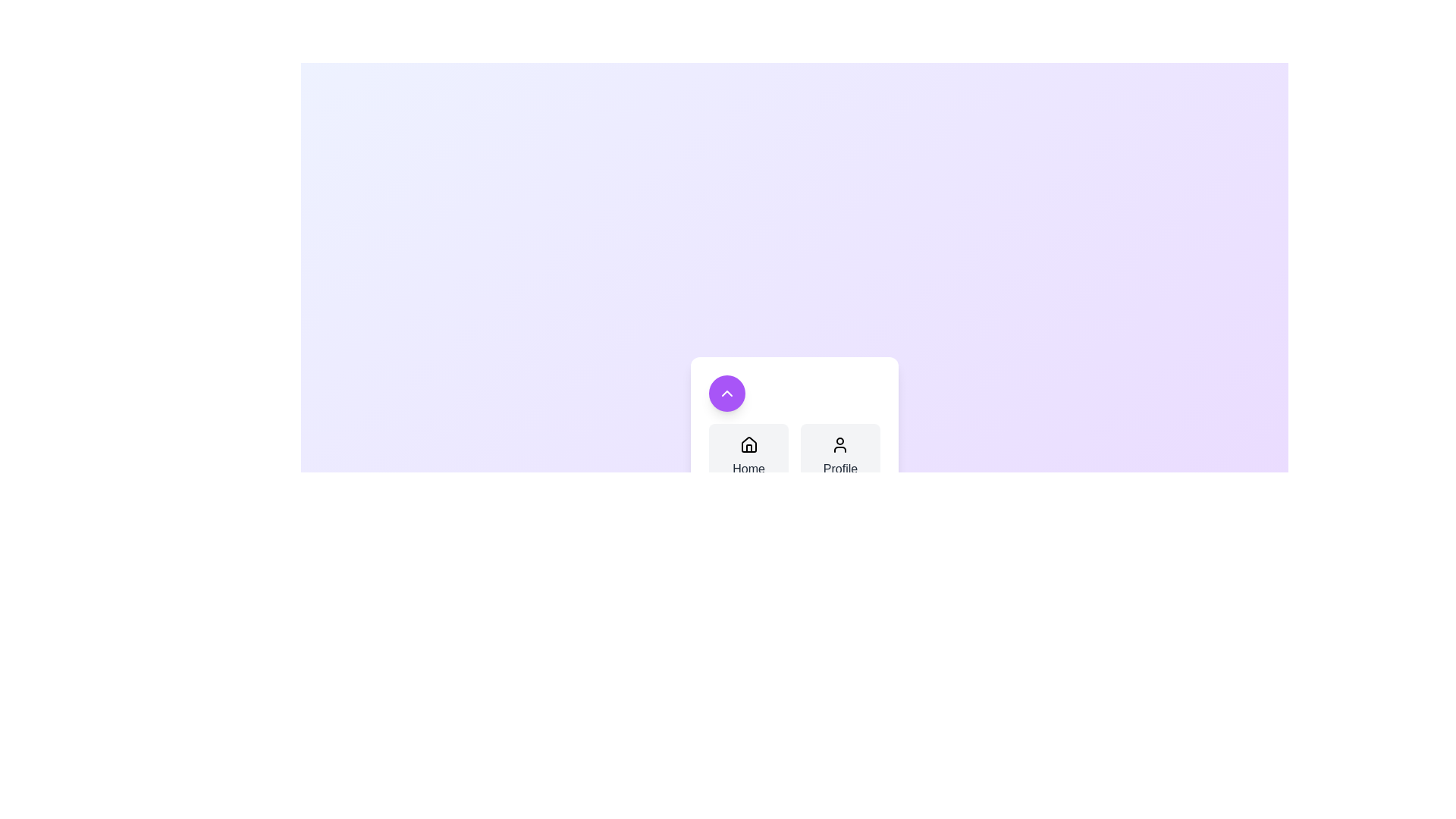 The height and width of the screenshot is (819, 1456). Describe the element at coordinates (839, 456) in the screenshot. I see `the button labeled Profile to observe its hover effect` at that location.